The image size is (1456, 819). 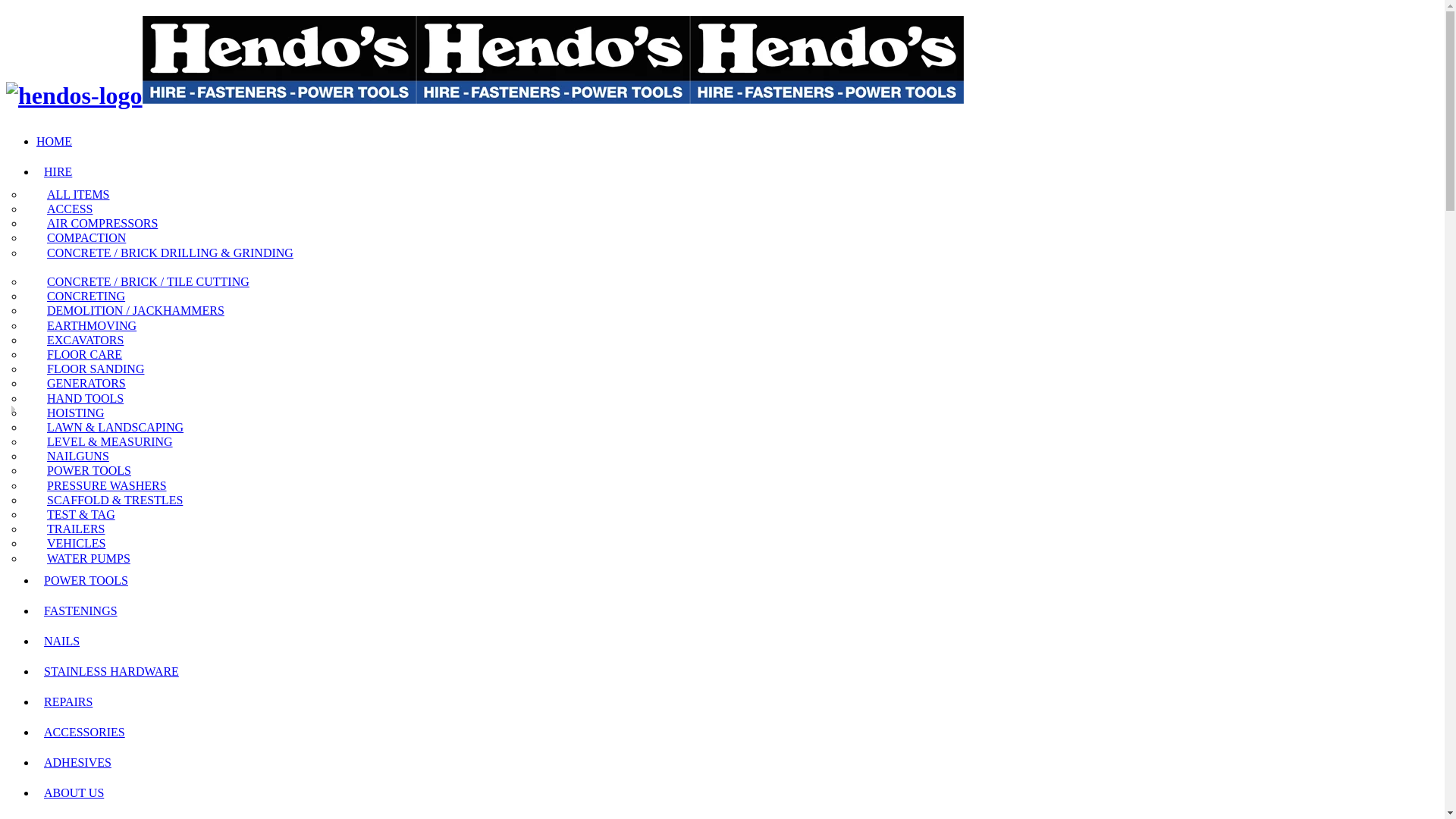 I want to click on 'GENERATORS', so click(x=82, y=382).